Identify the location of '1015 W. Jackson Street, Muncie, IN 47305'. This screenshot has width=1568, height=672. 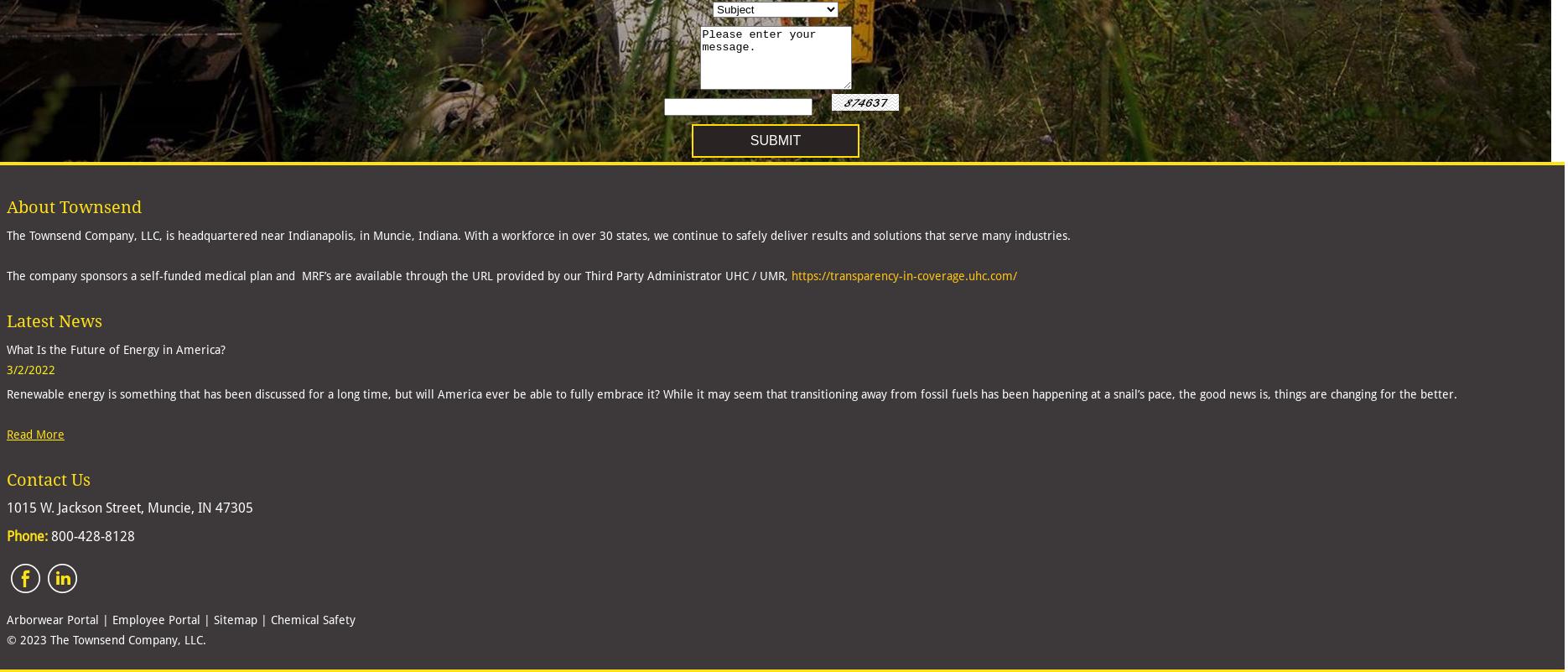
(130, 507).